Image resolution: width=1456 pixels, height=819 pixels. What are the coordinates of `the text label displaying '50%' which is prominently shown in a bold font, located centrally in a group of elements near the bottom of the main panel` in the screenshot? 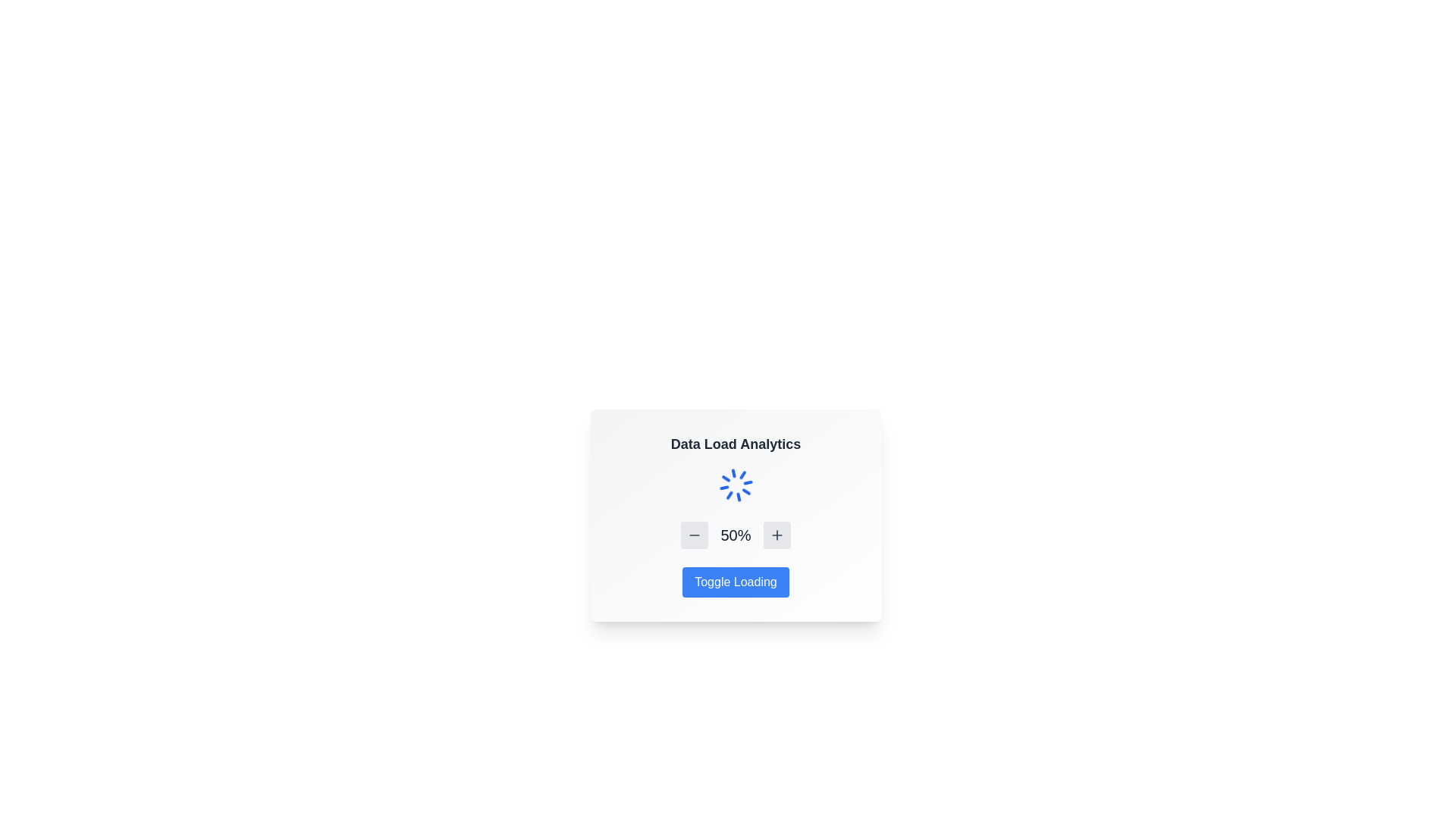 It's located at (736, 534).